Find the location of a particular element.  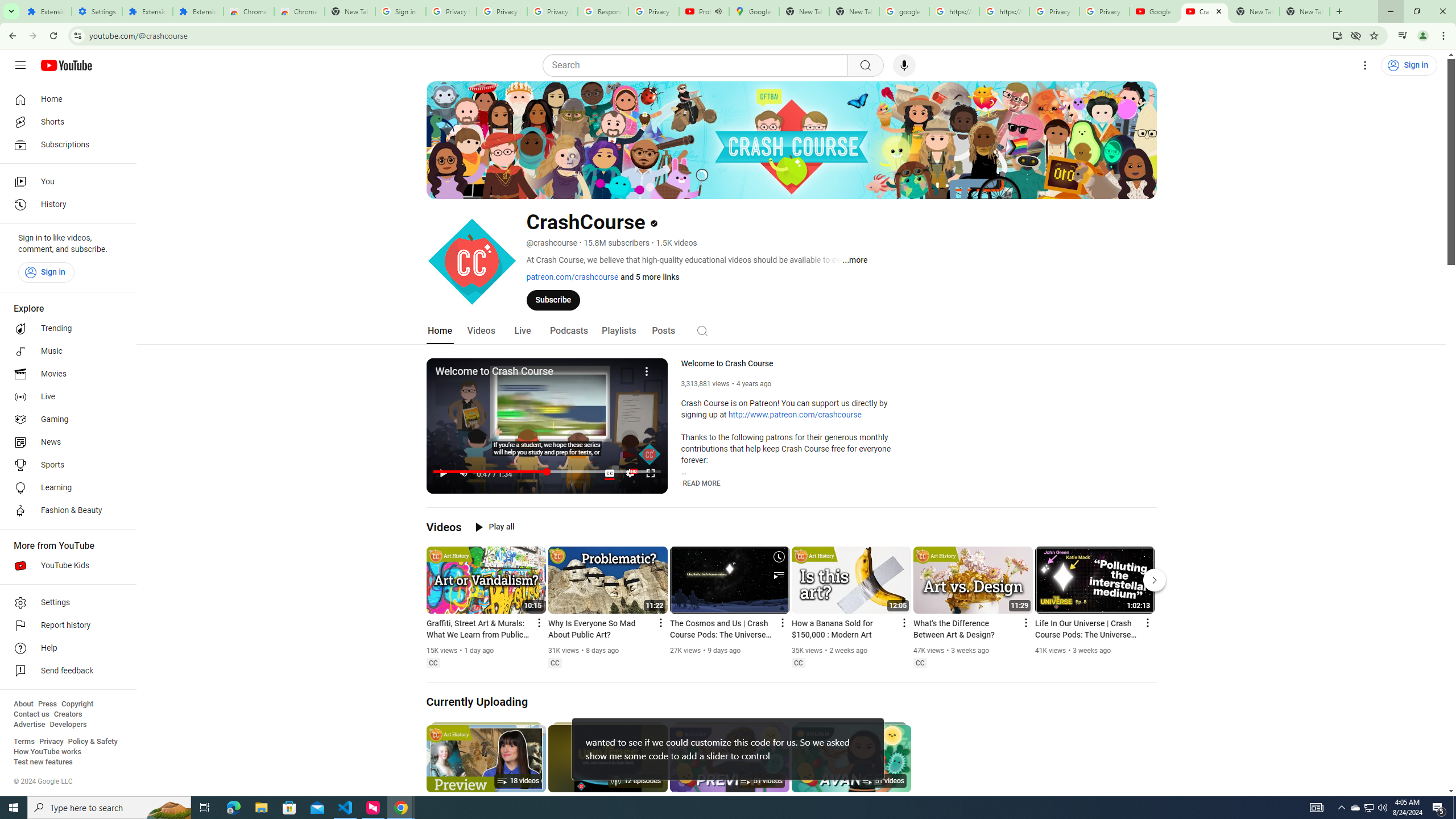

'Forward' is located at coordinates (32, 35).